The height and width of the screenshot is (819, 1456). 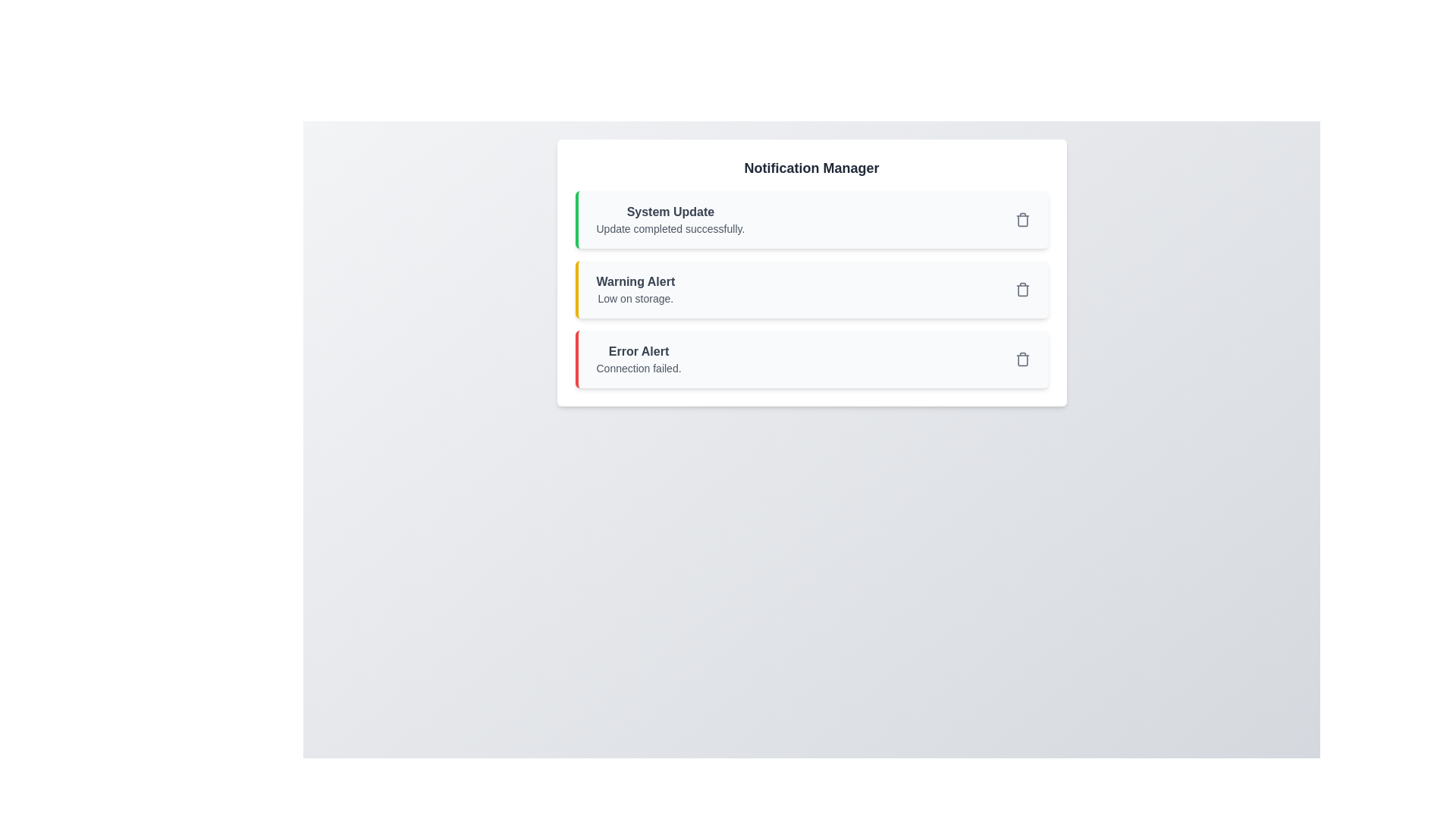 I want to click on the interactive trash icon (SVG graphic) located at the right-hand side of the 'Error Alert' notification block in the 'Notification Manager' interface, so click(x=1022, y=359).